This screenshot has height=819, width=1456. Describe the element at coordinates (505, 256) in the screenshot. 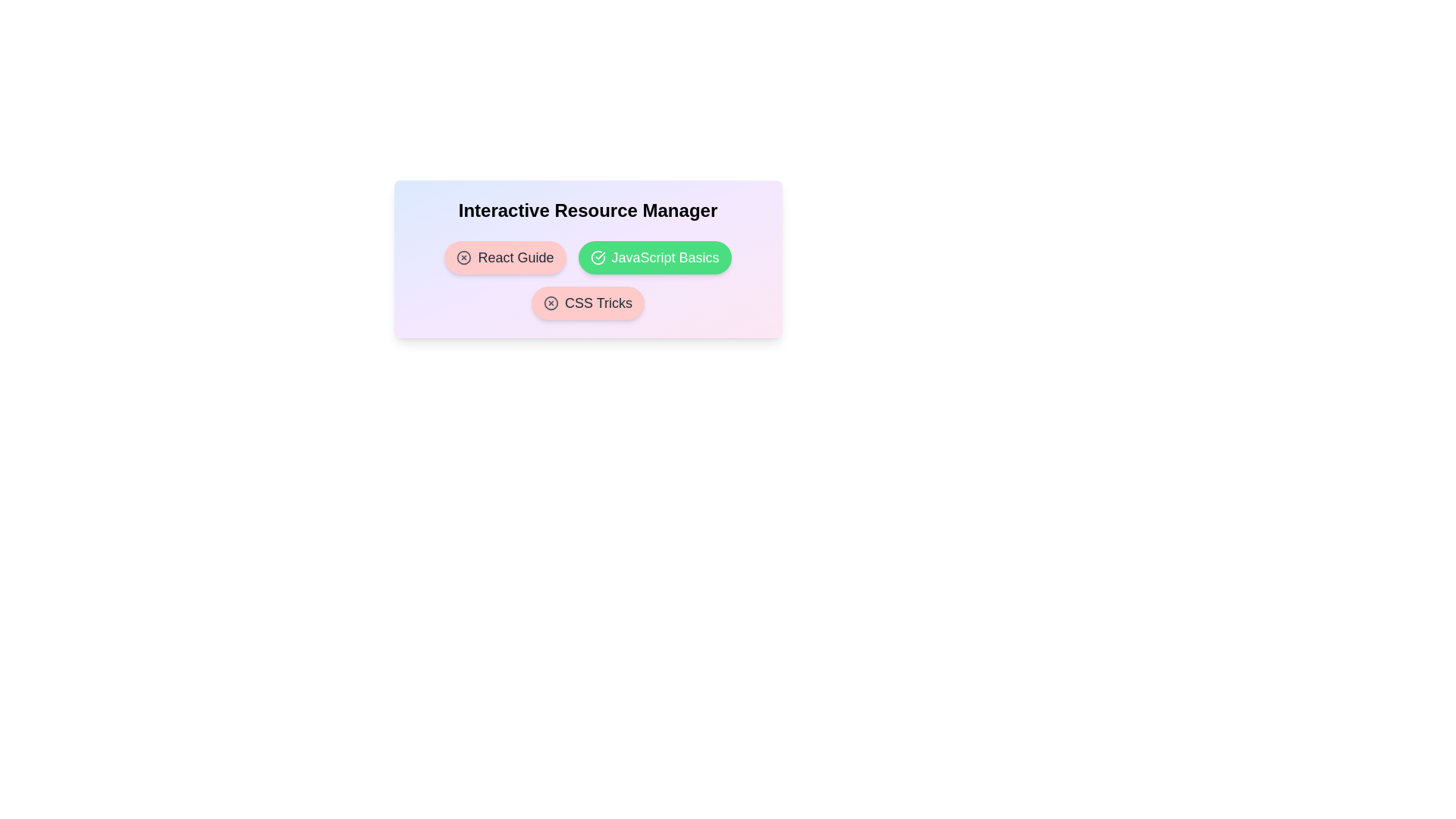

I see `the resource chip labeled 'React Guide' to observe its hover effect` at that location.